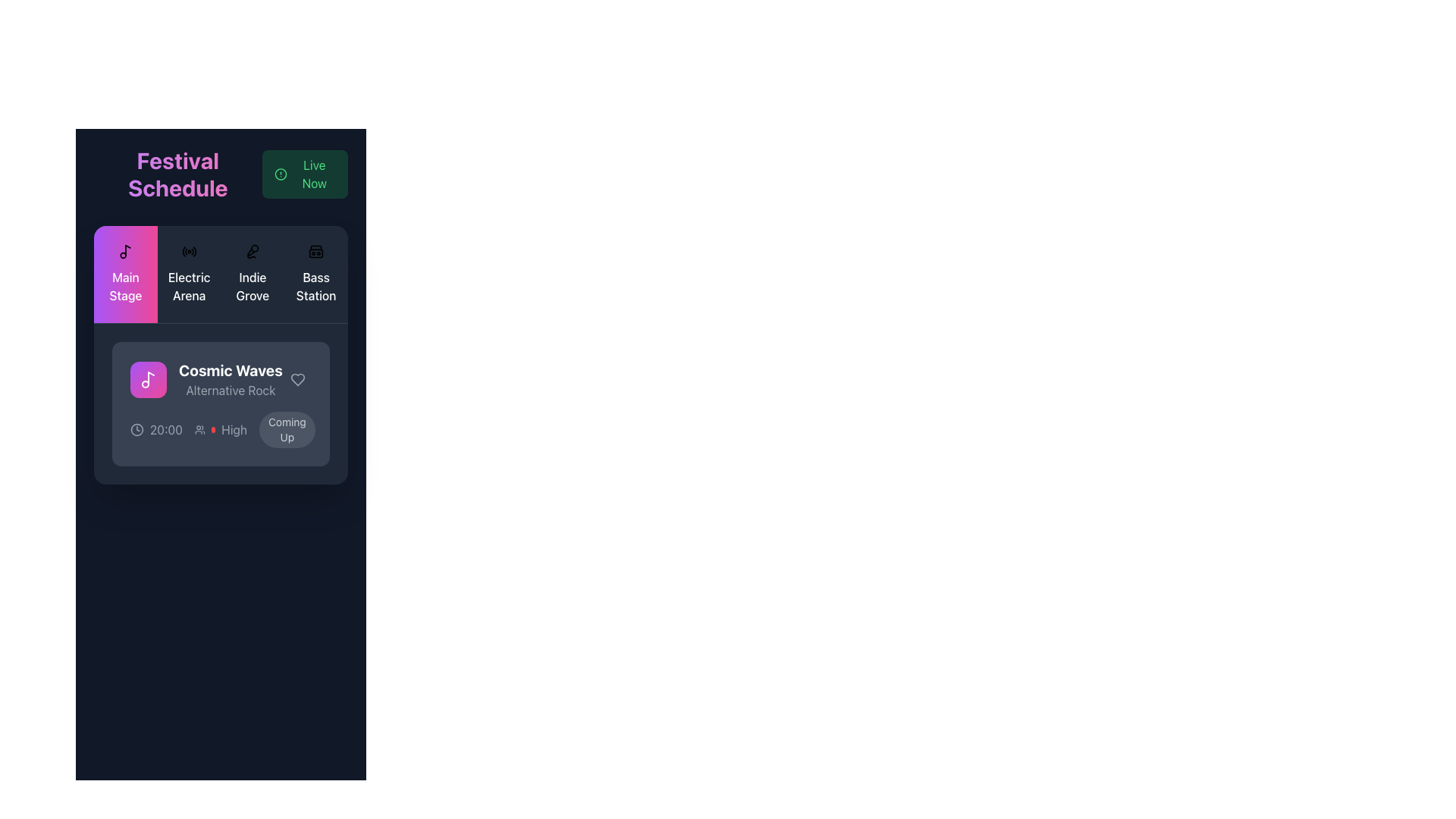  What do you see at coordinates (151, 377) in the screenshot?
I see `the stylized music note vector graphic located in the 'Main Stage' tab, positioned to the right of the note head circular element` at bounding box center [151, 377].